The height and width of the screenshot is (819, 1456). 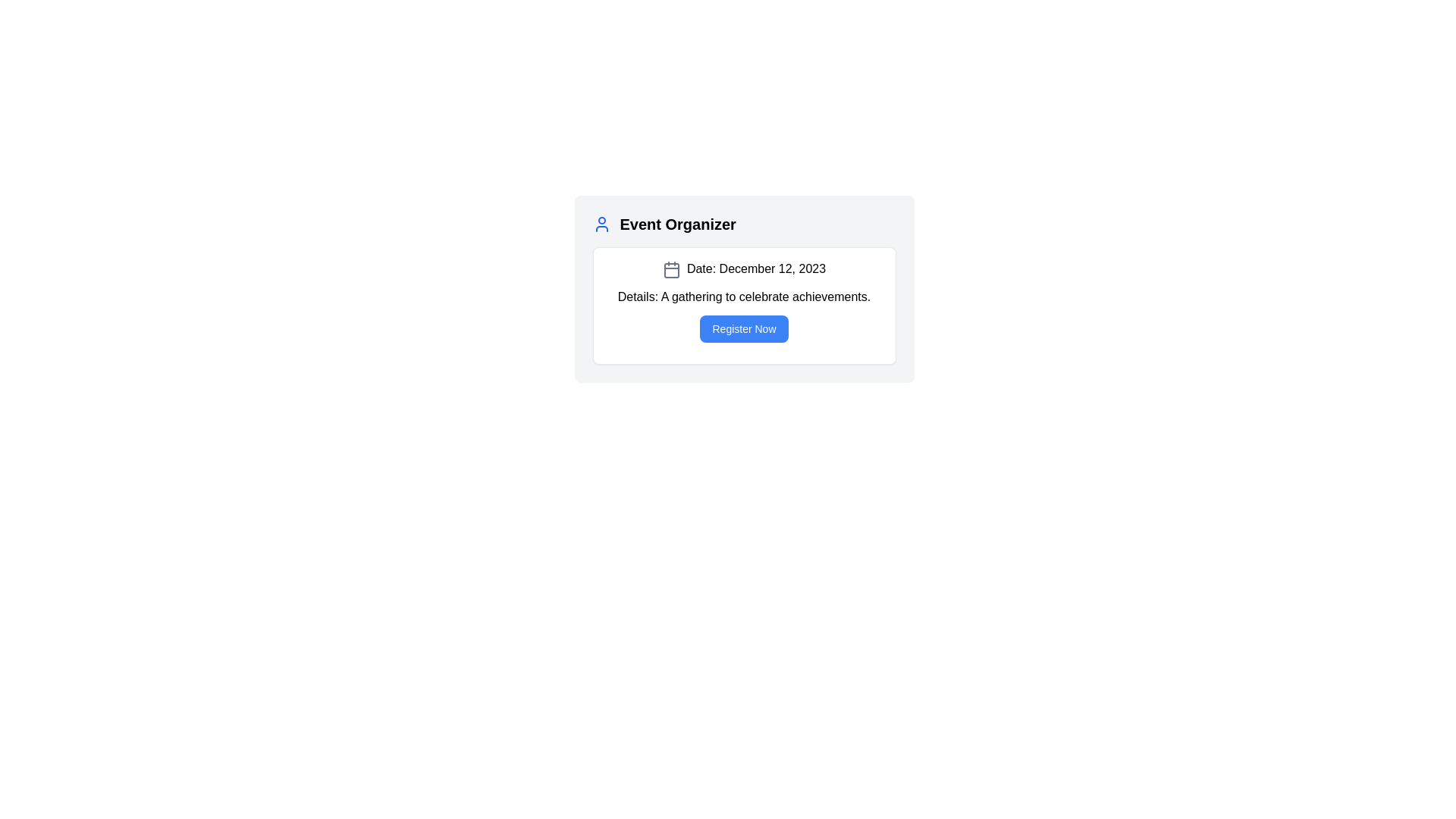 I want to click on the registration button located at the bottom of the event details card, so click(x=744, y=328).